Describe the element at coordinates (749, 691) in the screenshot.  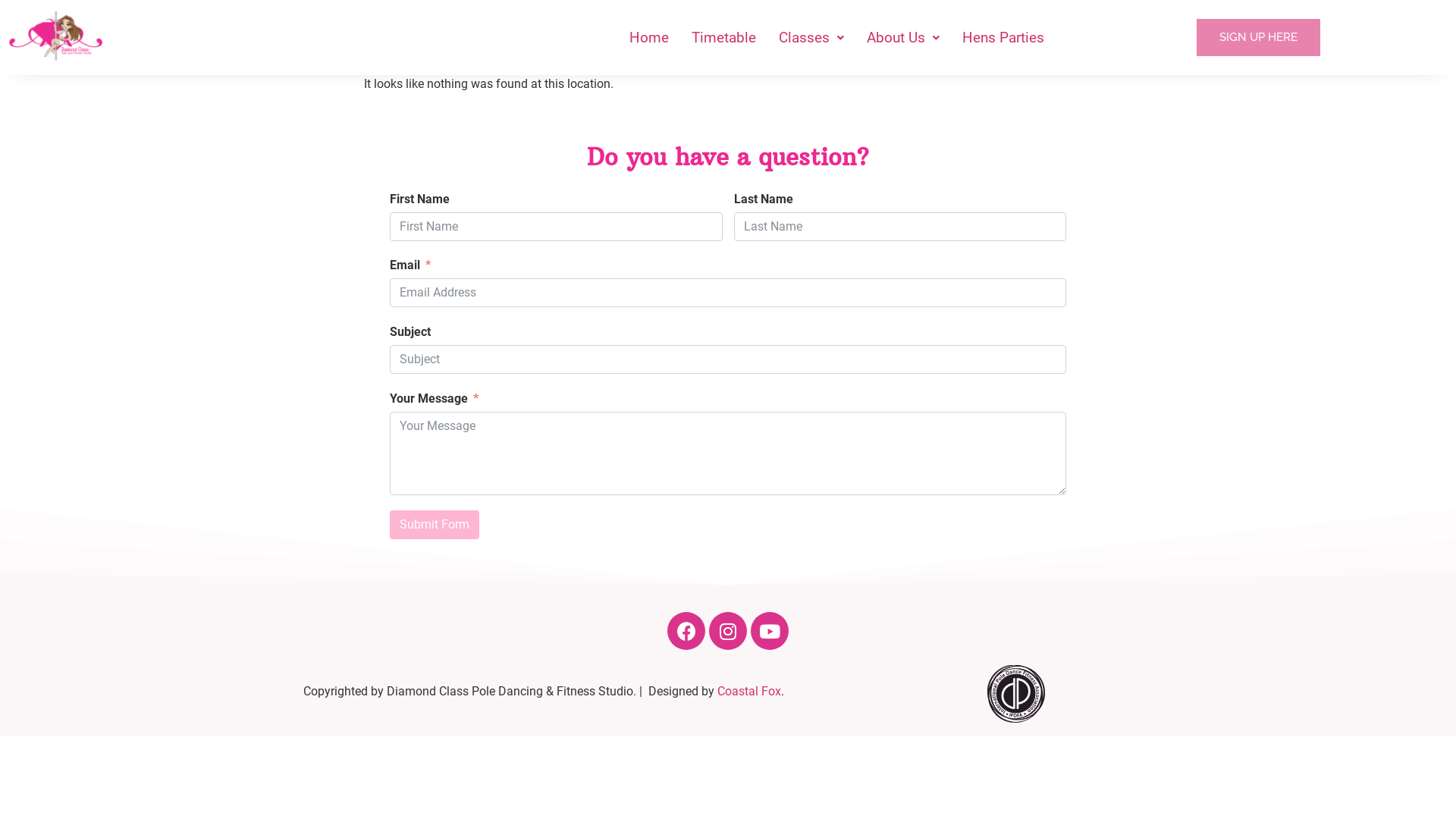
I see `'Coastal Fox'` at that location.